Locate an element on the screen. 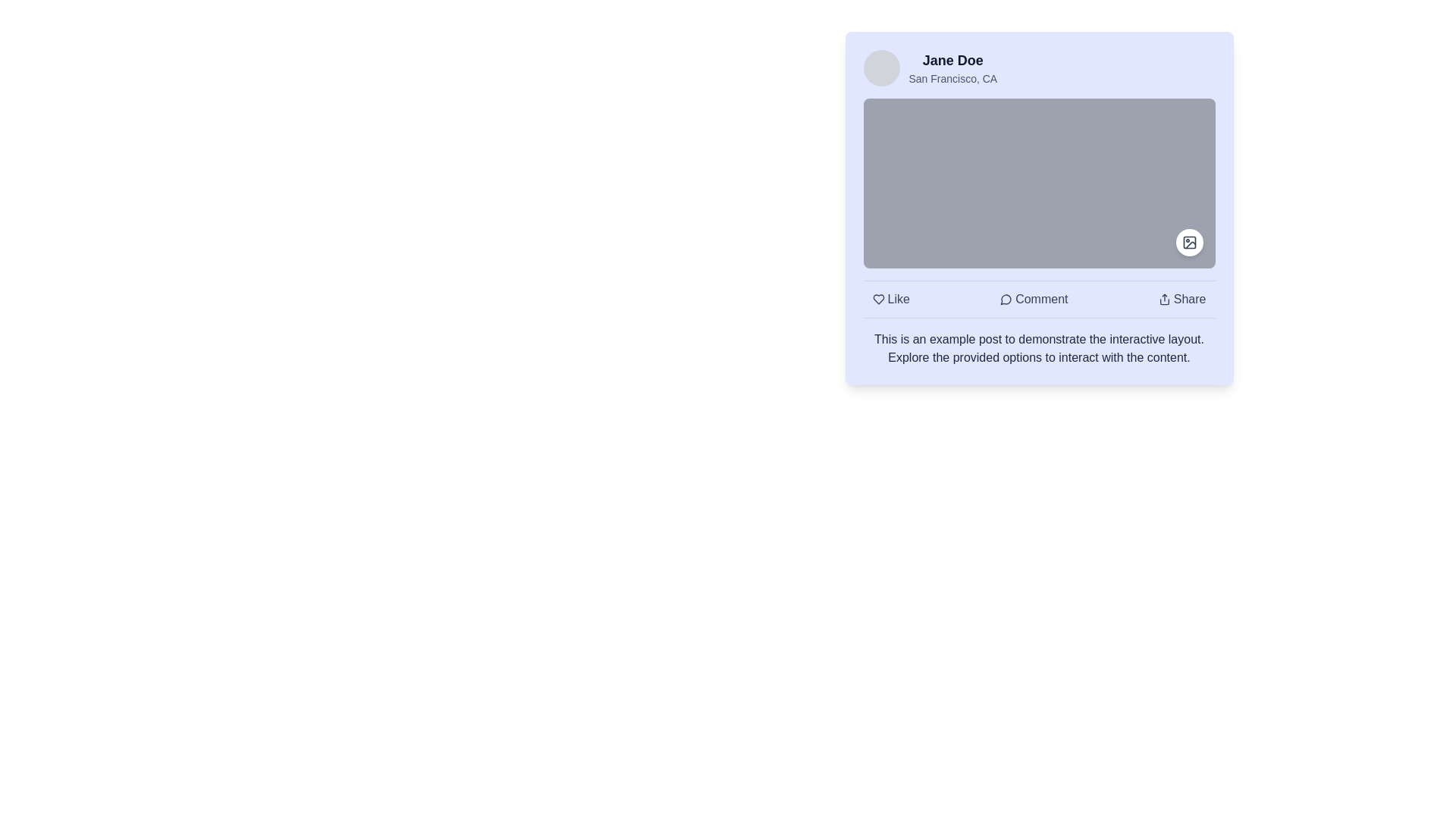 This screenshot has height=819, width=1456. the heart-shaped vector graphic icon representing a 'like' action, located in the lower action bar of the post card, immediately adjacent to the 'Like' text label is located at coordinates (878, 299).